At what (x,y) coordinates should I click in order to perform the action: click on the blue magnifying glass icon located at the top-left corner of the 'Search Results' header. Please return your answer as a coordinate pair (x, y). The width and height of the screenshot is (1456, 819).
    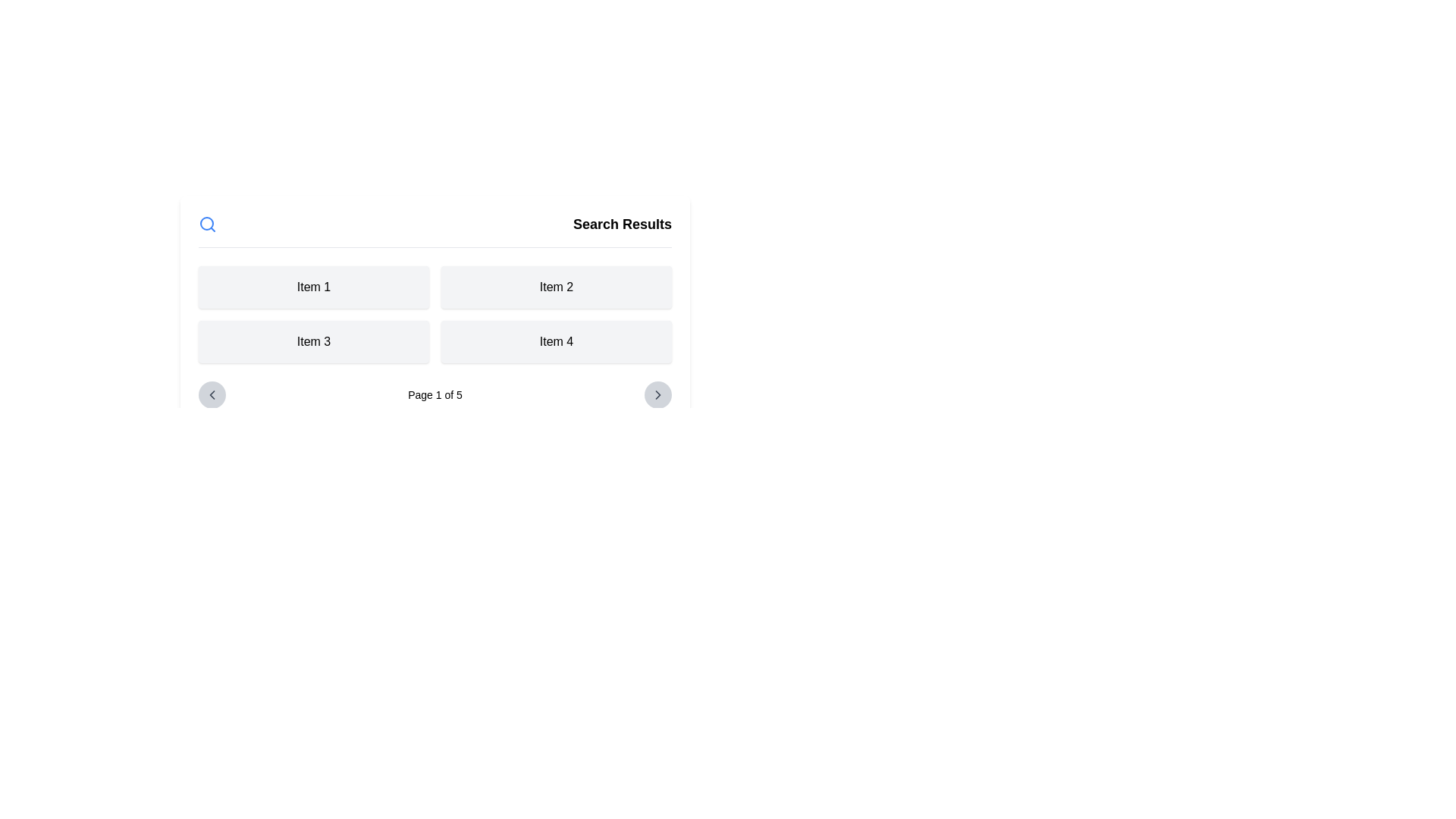
    Looking at the image, I should click on (206, 224).